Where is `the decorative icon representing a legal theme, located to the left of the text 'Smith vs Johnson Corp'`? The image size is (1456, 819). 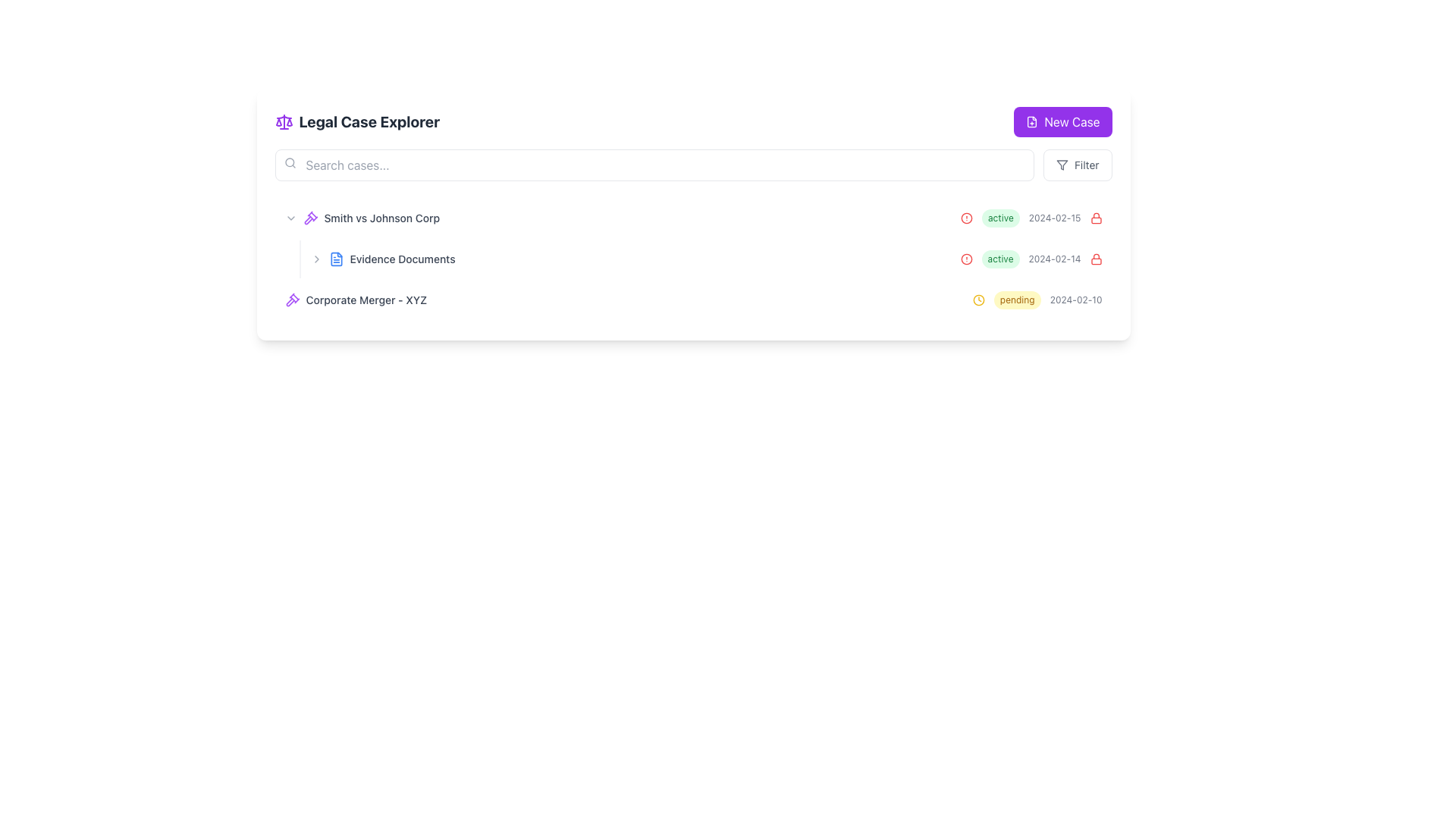
the decorative icon representing a legal theme, located to the left of the text 'Smith vs Johnson Corp' is located at coordinates (309, 218).